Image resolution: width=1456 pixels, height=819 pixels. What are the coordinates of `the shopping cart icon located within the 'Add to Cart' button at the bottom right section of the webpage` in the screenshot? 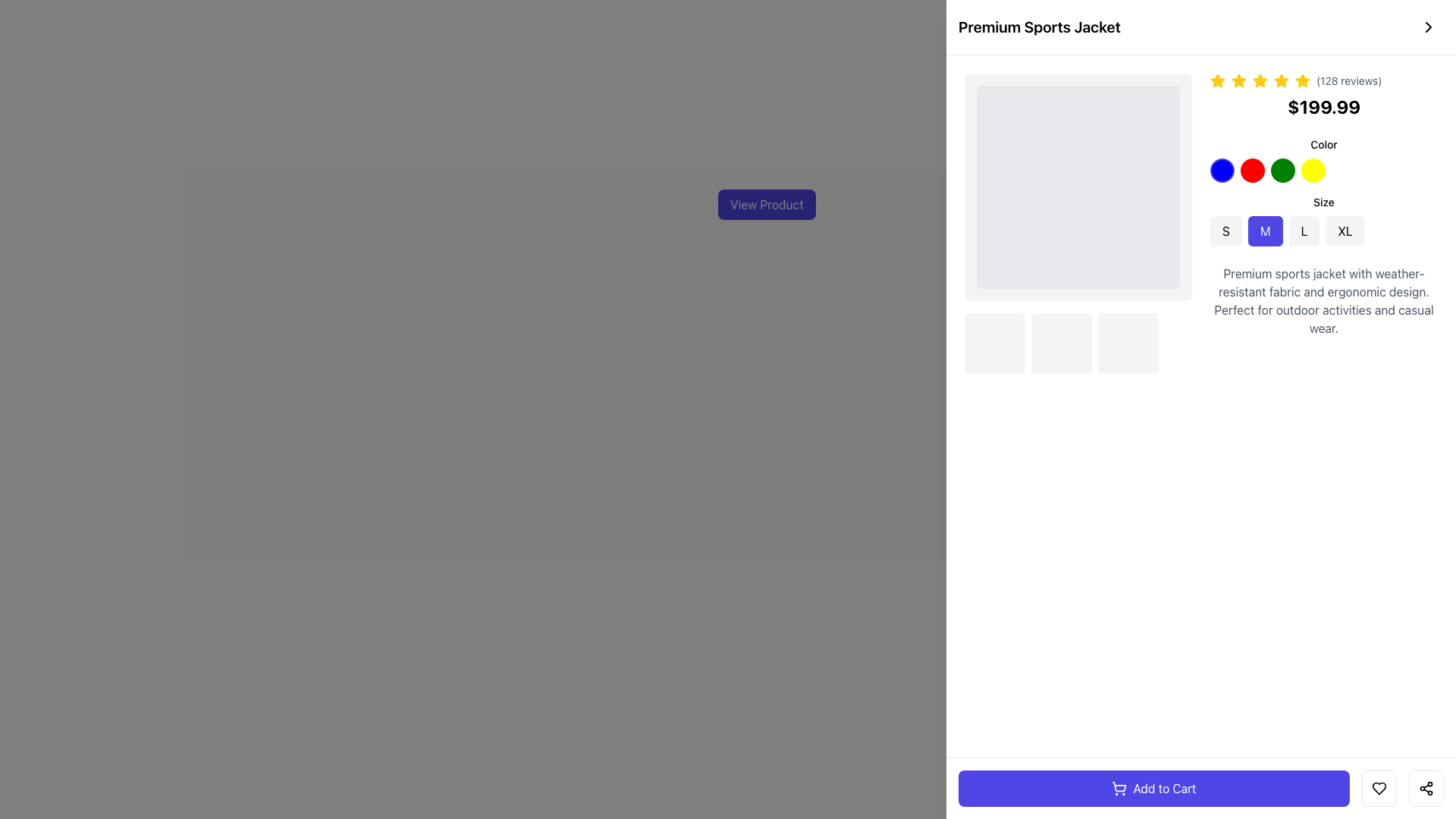 It's located at (1119, 788).